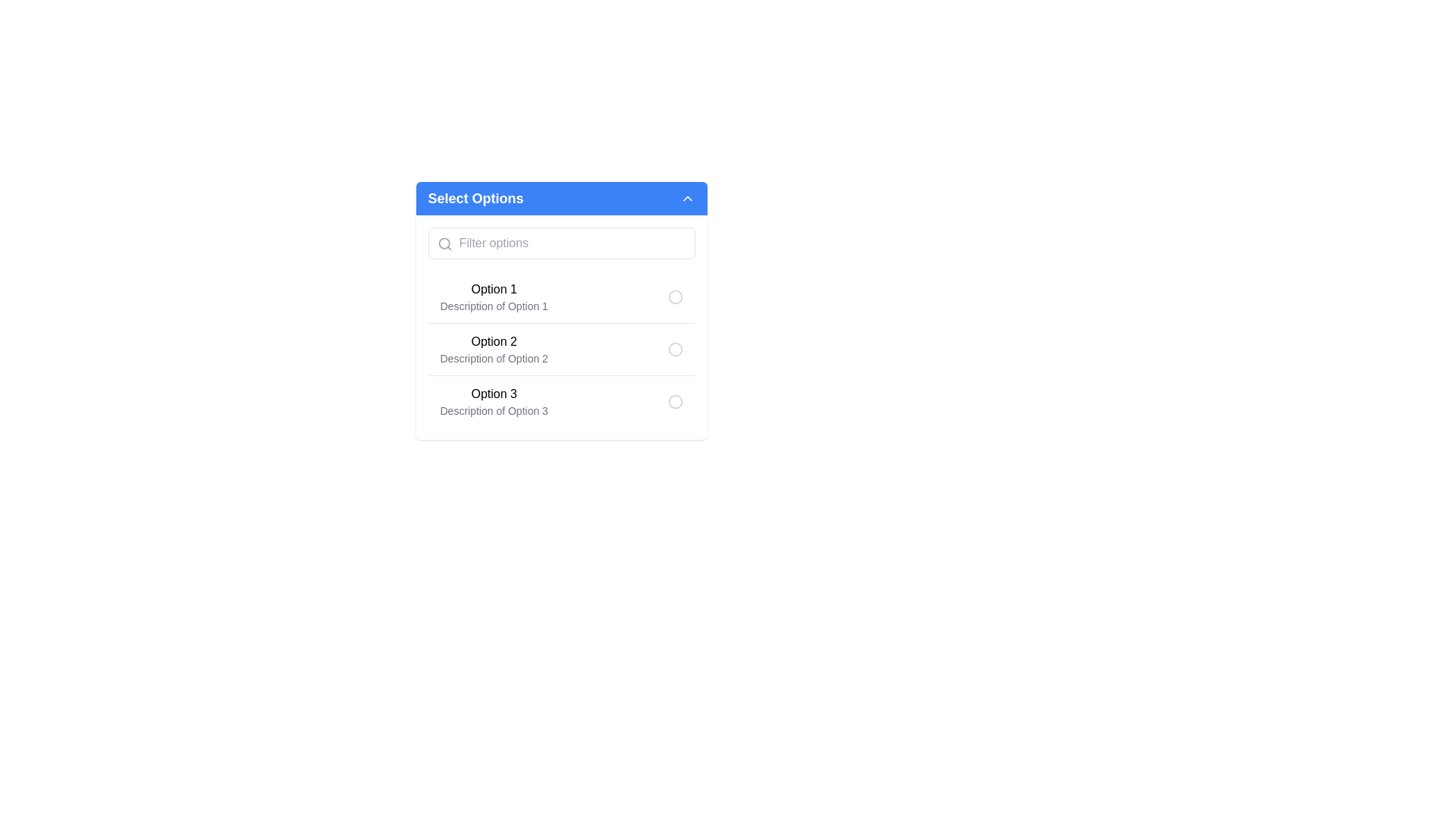 This screenshot has width=1456, height=819. What do you see at coordinates (674, 297) in the screenshot?
I see `the unselected radio button for 'Option 1'` at bounding box center [674, 297].